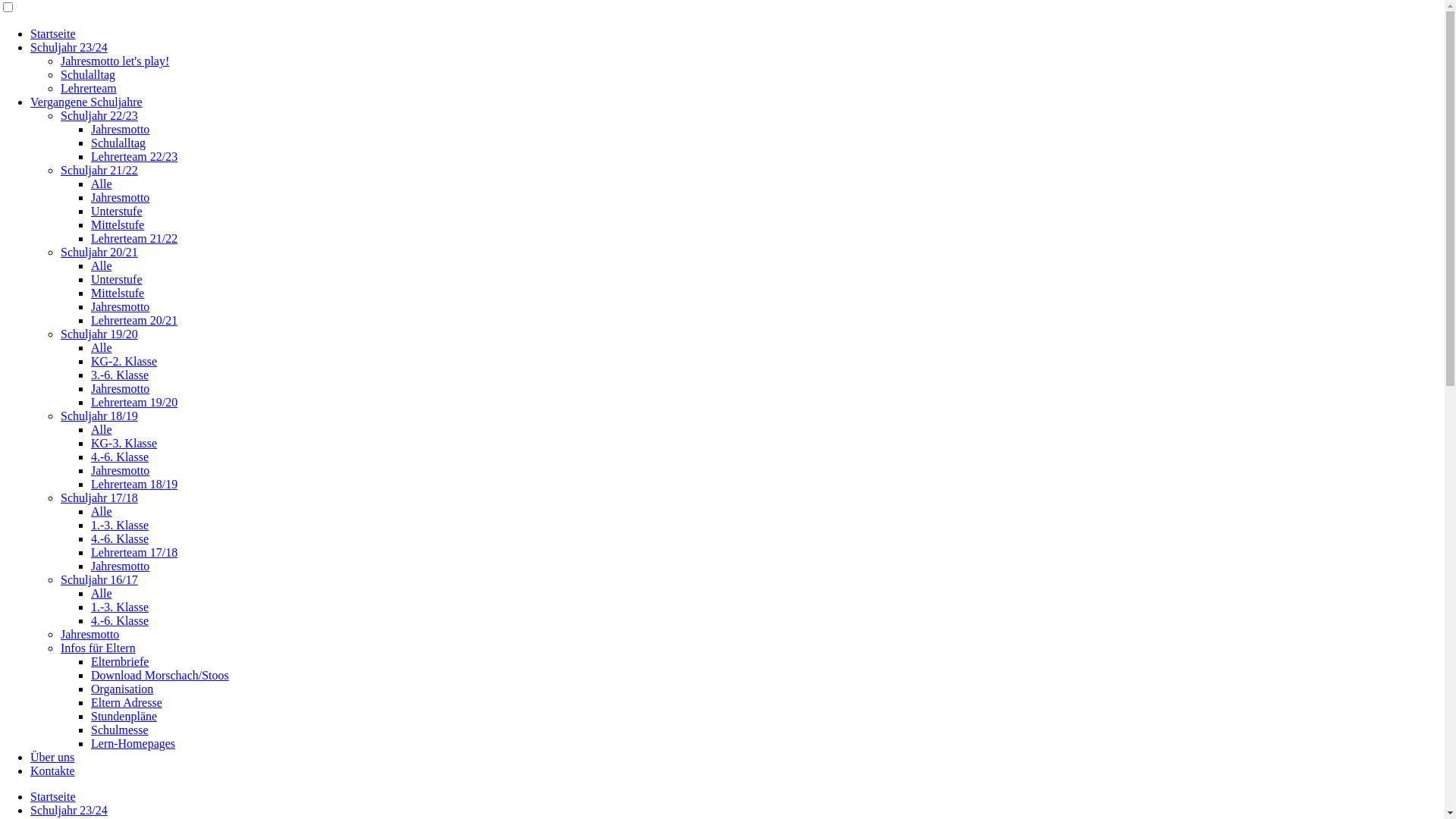  I want to click on '4.-6. Klasse', so click(119, 456).